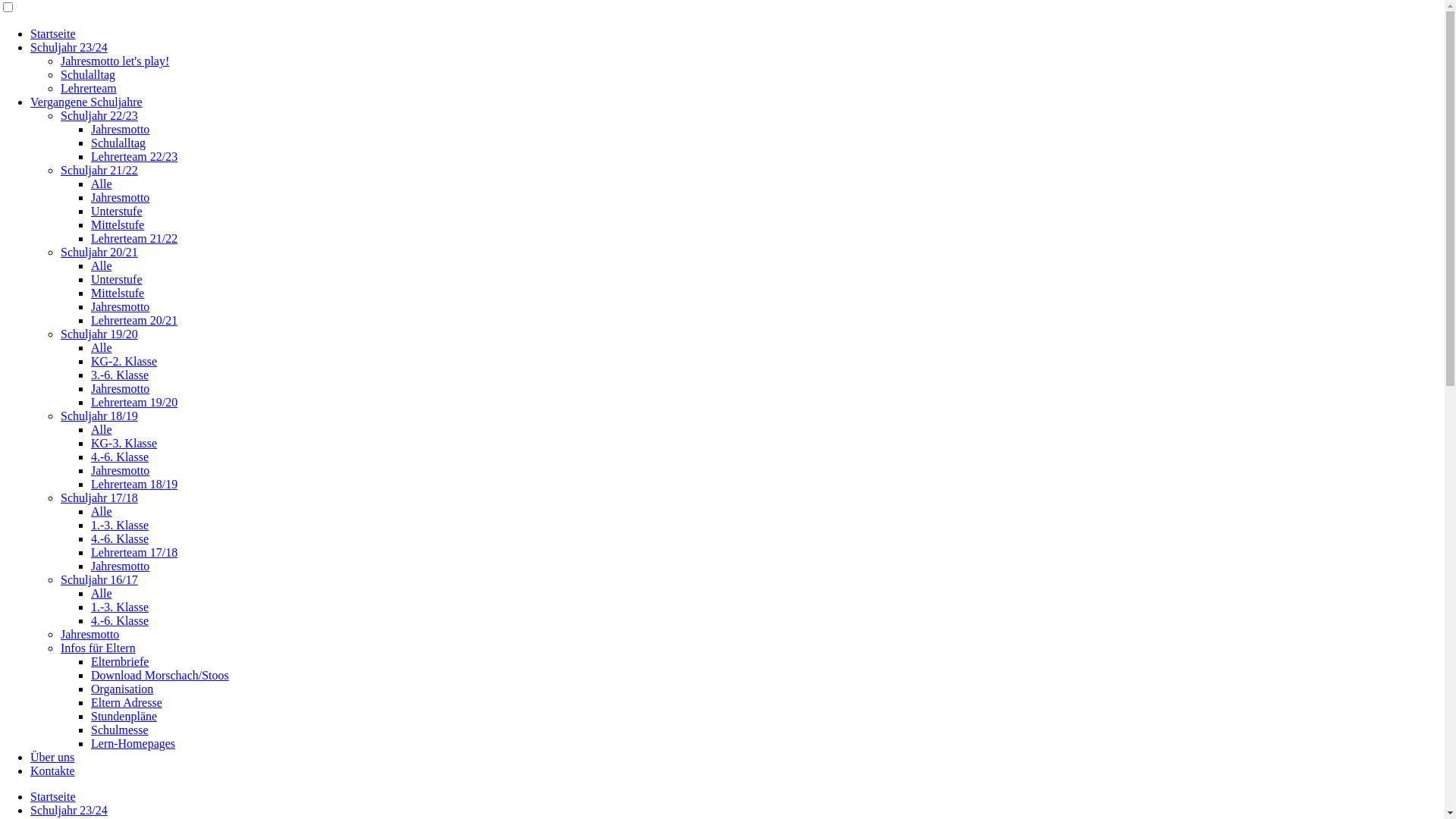  I want to click on '4.-6. Klasse', so click(119, 456).